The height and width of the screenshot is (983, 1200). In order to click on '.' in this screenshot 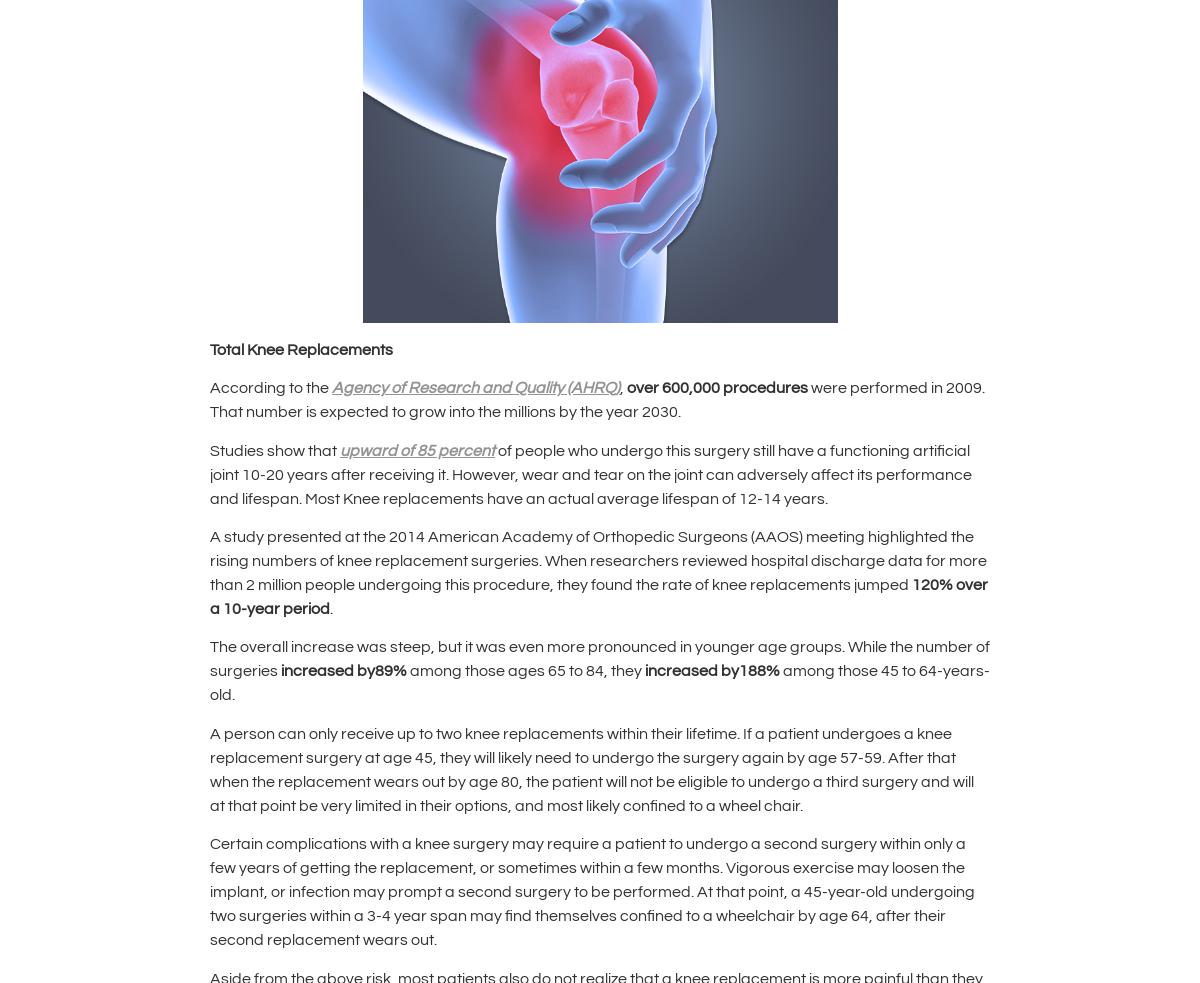, I will do `click(331, 607)`.